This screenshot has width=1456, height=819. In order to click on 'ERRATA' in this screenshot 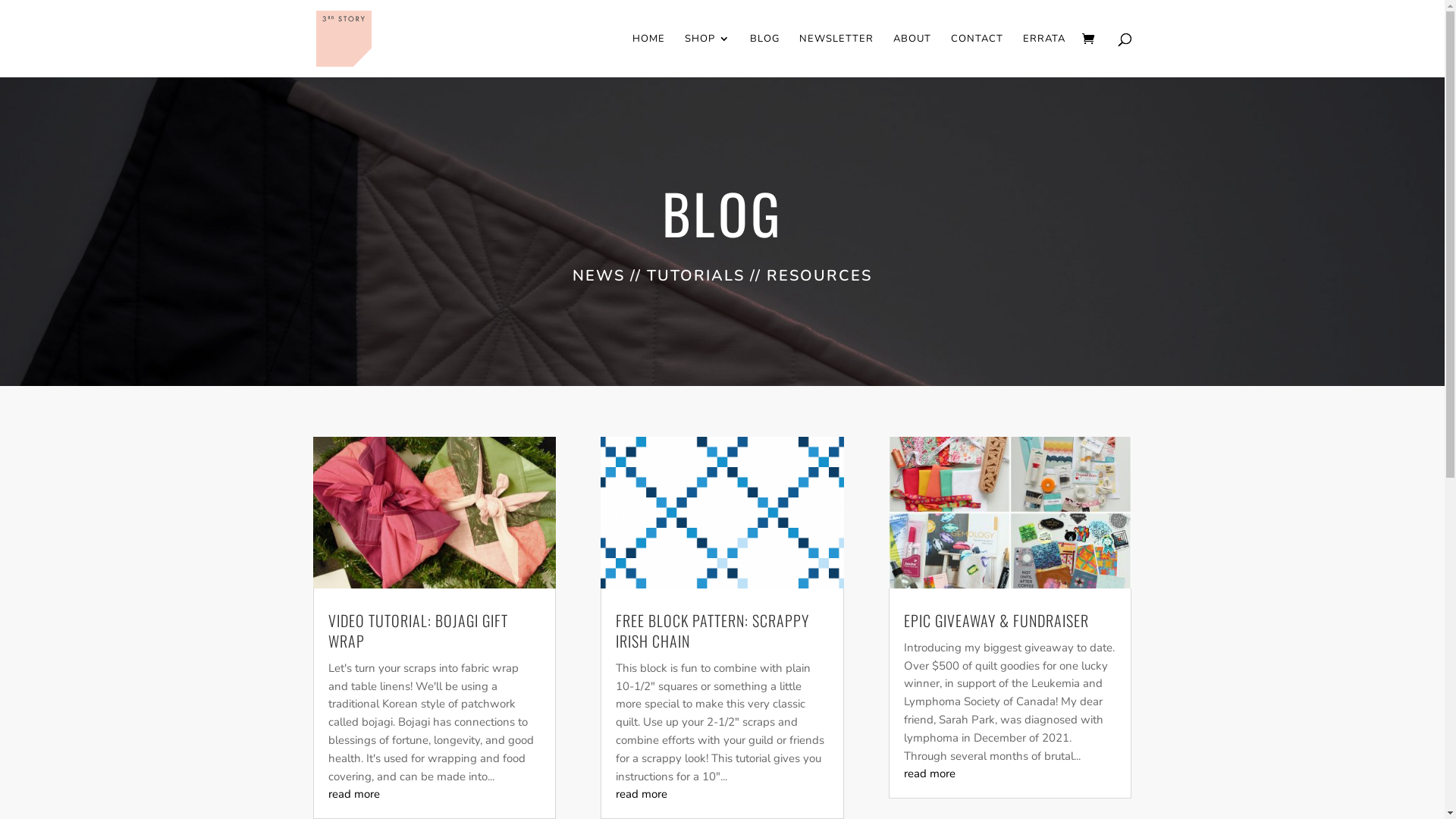, I will do `click(1043, 55)`.